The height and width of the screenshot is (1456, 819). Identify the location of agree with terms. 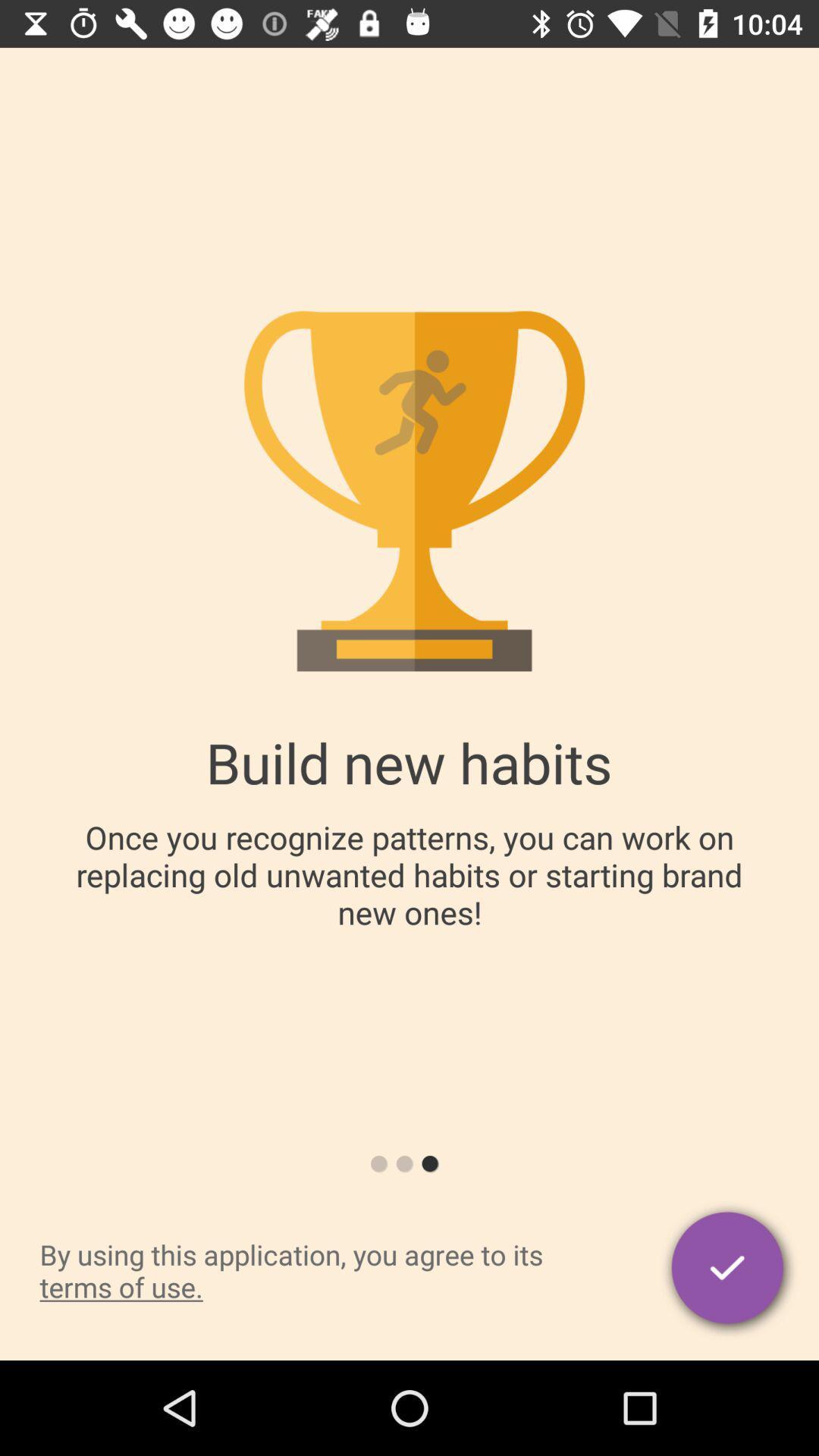
(728, 1270).